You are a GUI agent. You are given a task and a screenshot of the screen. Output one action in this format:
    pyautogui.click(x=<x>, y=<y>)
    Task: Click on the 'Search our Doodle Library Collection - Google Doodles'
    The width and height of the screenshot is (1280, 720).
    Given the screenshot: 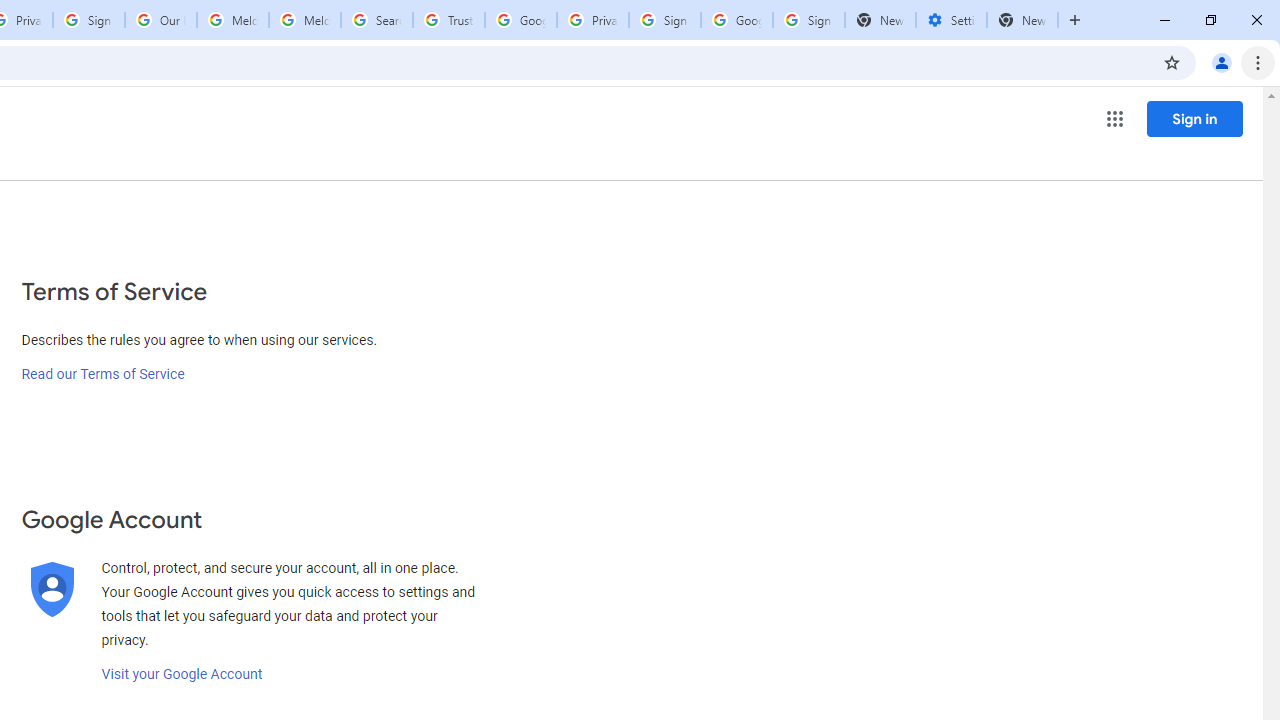 What is the action you would take?
    pyautogui.click(x=376, y=20)
    